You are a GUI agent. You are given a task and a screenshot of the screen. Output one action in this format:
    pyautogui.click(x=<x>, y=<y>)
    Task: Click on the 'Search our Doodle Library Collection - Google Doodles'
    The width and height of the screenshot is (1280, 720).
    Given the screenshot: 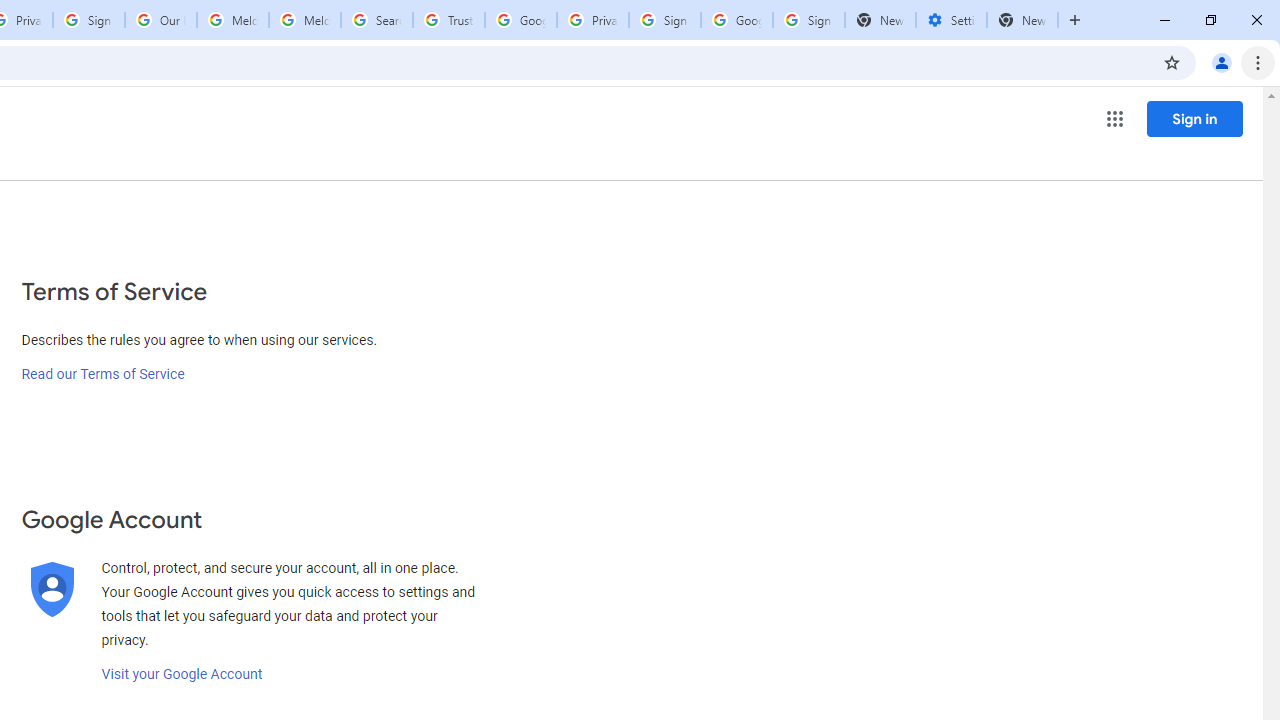 What is the action you would take?
    pyautogui.click(x=376, y=20)
    